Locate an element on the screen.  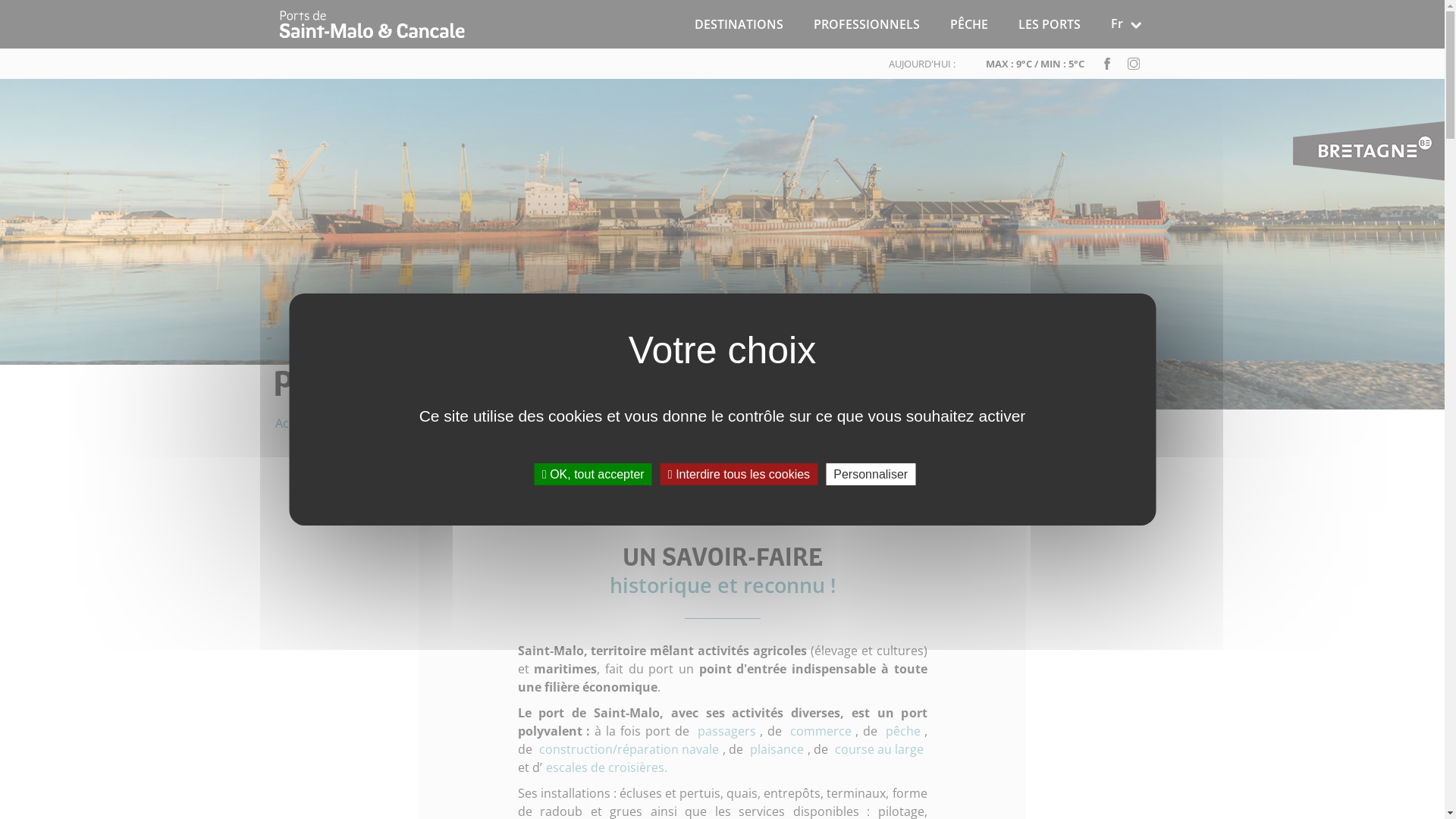
'course au large' is located at coordinates (830, 748).